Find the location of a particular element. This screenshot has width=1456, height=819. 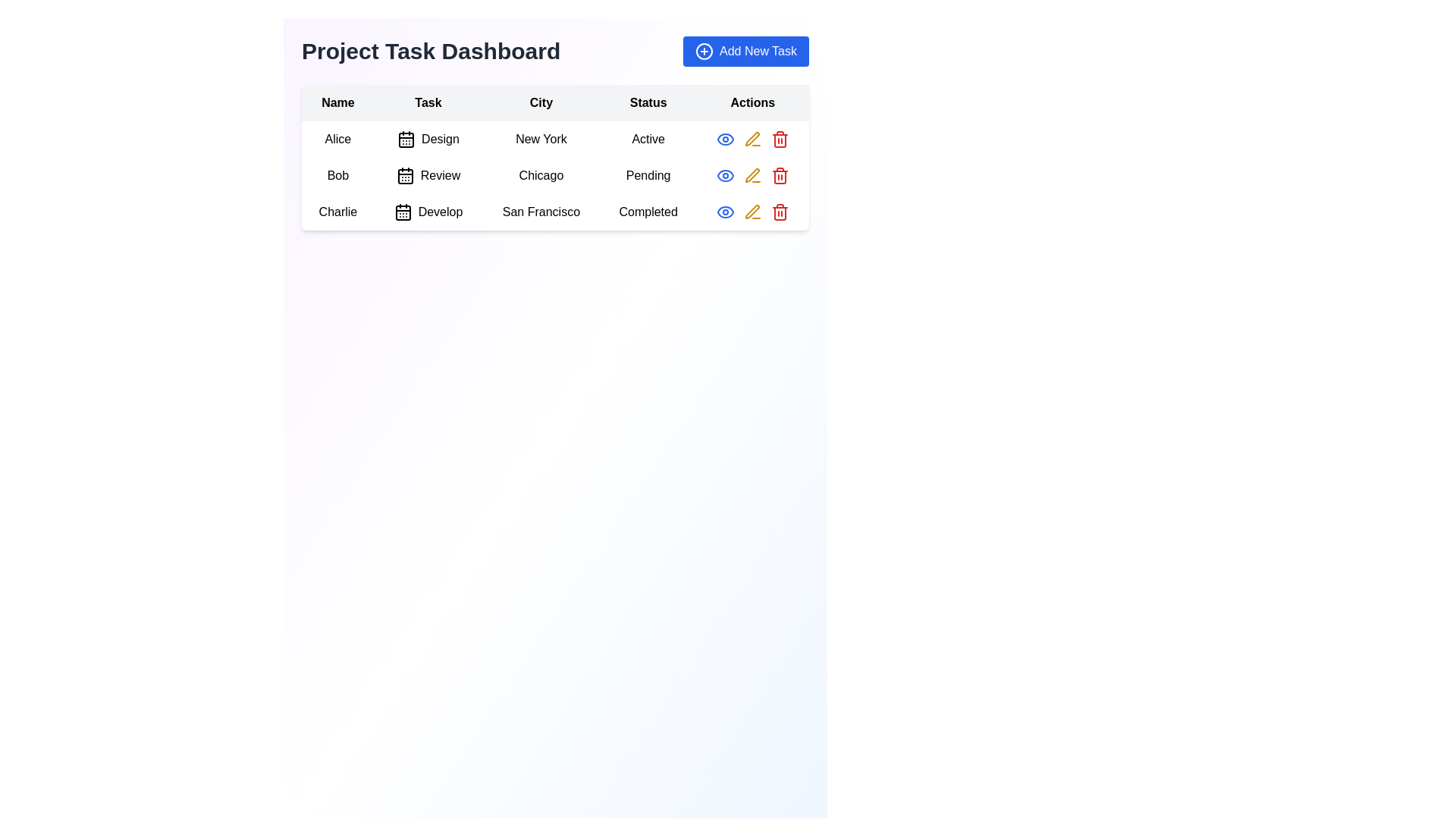

the red trash can icon in the 'Actions' column of the second row of the table is located at coordinates (780, 174).